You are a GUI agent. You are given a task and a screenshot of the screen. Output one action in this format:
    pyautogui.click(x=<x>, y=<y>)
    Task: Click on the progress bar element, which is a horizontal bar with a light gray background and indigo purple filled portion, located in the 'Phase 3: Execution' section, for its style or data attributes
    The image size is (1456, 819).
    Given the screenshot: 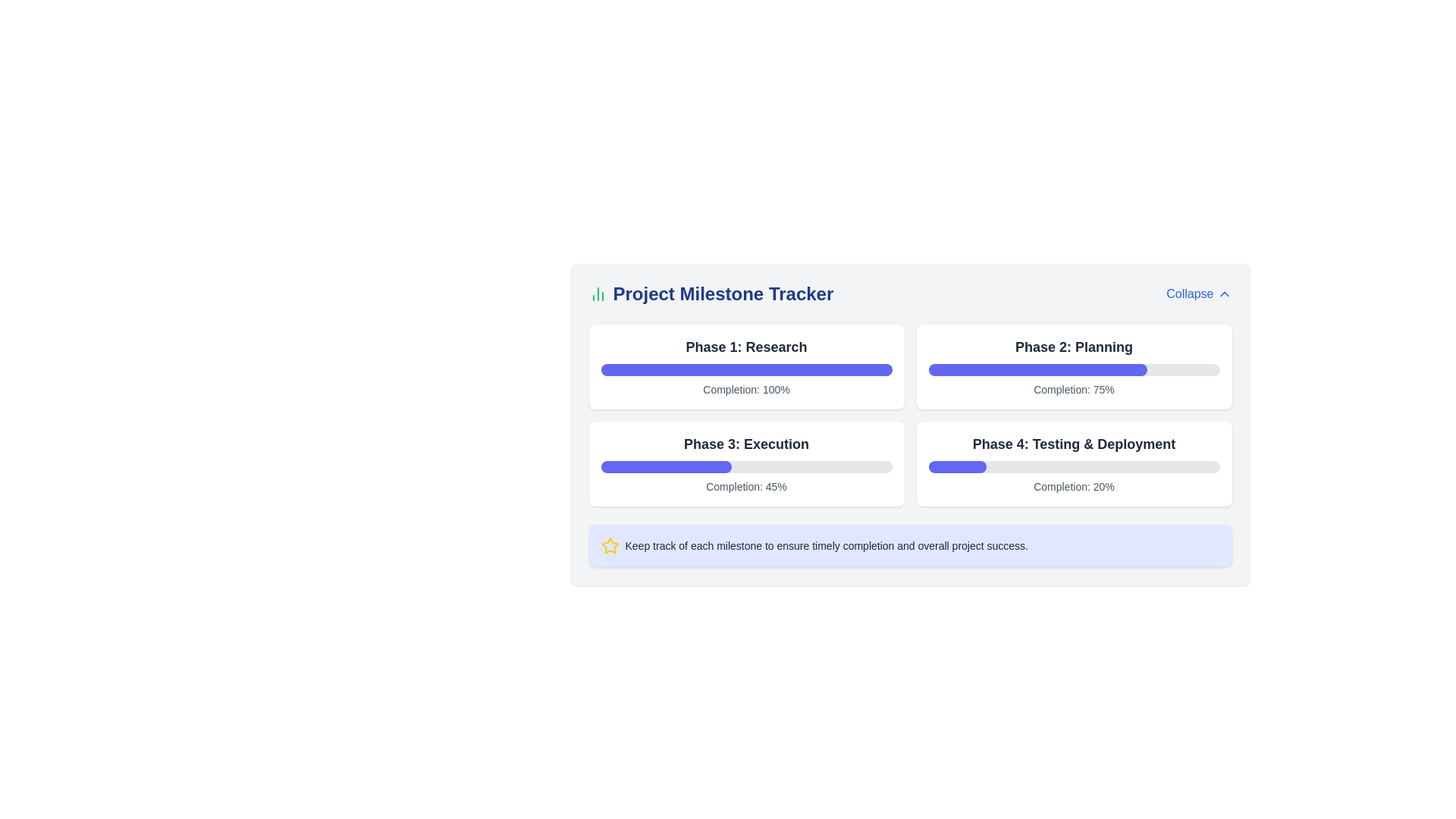 What is the action you would take?
    pyautogui.click(x=746, y=466)
    